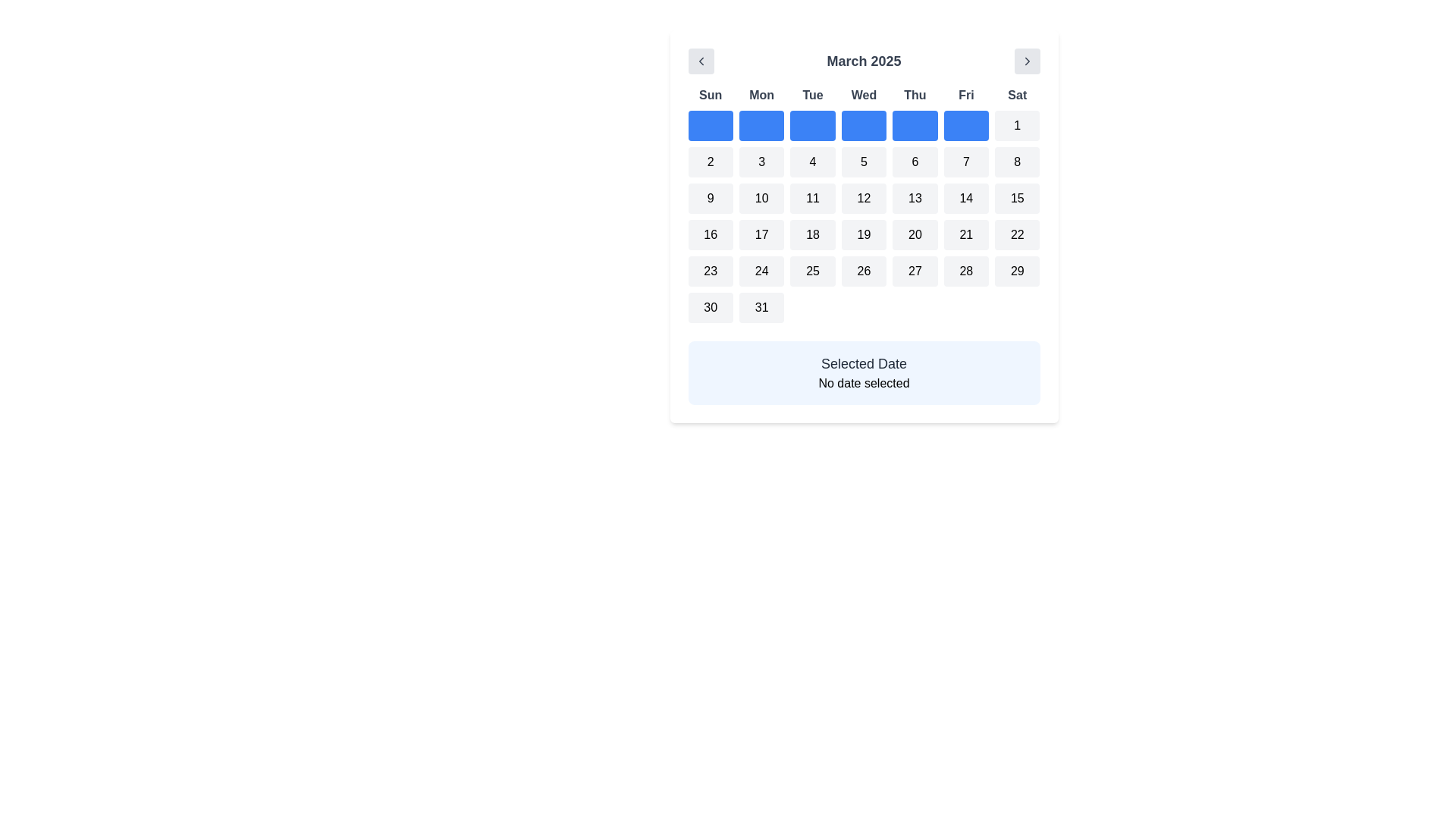  What do you see at coordinates (864, 61) in the screenshot?
I see `text content of the Label/Text Display element that shows 'March 2025', which is centrally located in the calendar interface header` at bounding box center [864, 61].